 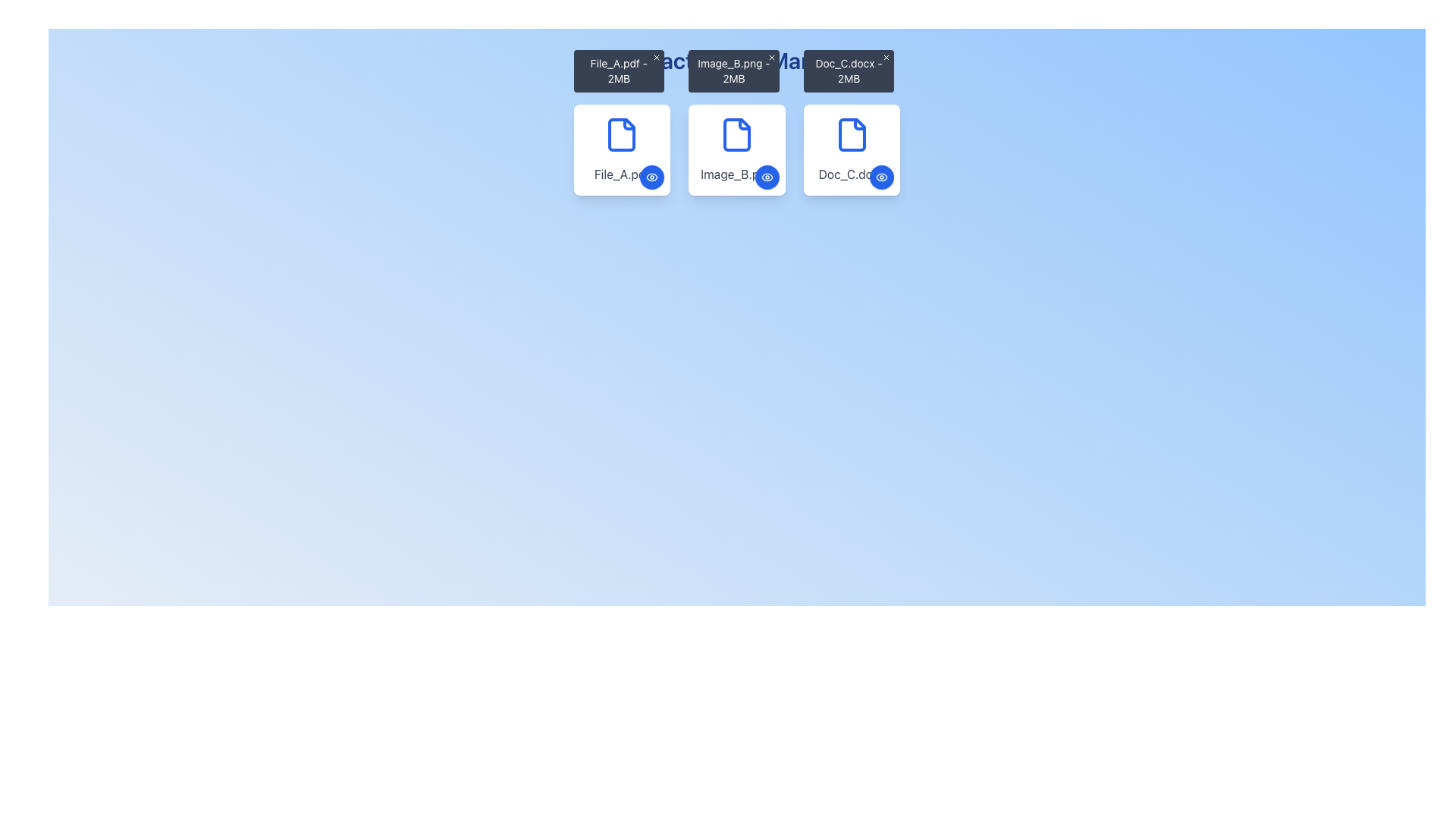 What do you see at coordinates (882, 177) in the screenshot?
I see `the floating circular button with a blue background and white eye icon located at the bottom-right corner of the card displaying the document titled 'Doc_C.docx - 2MB'` at bounding box center [882, 177].